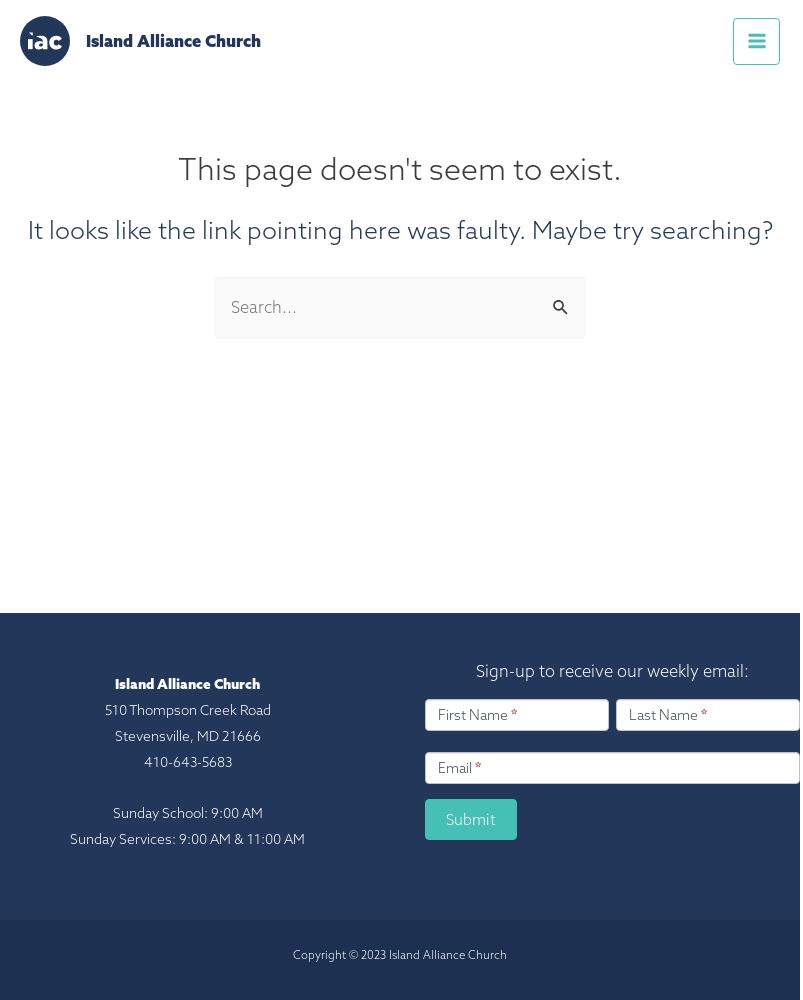 This screenshot has height=1000, width=803. Describe the element at coordinates (142, 762) in the screenshot. I see `'410-643-5683'` at that location.